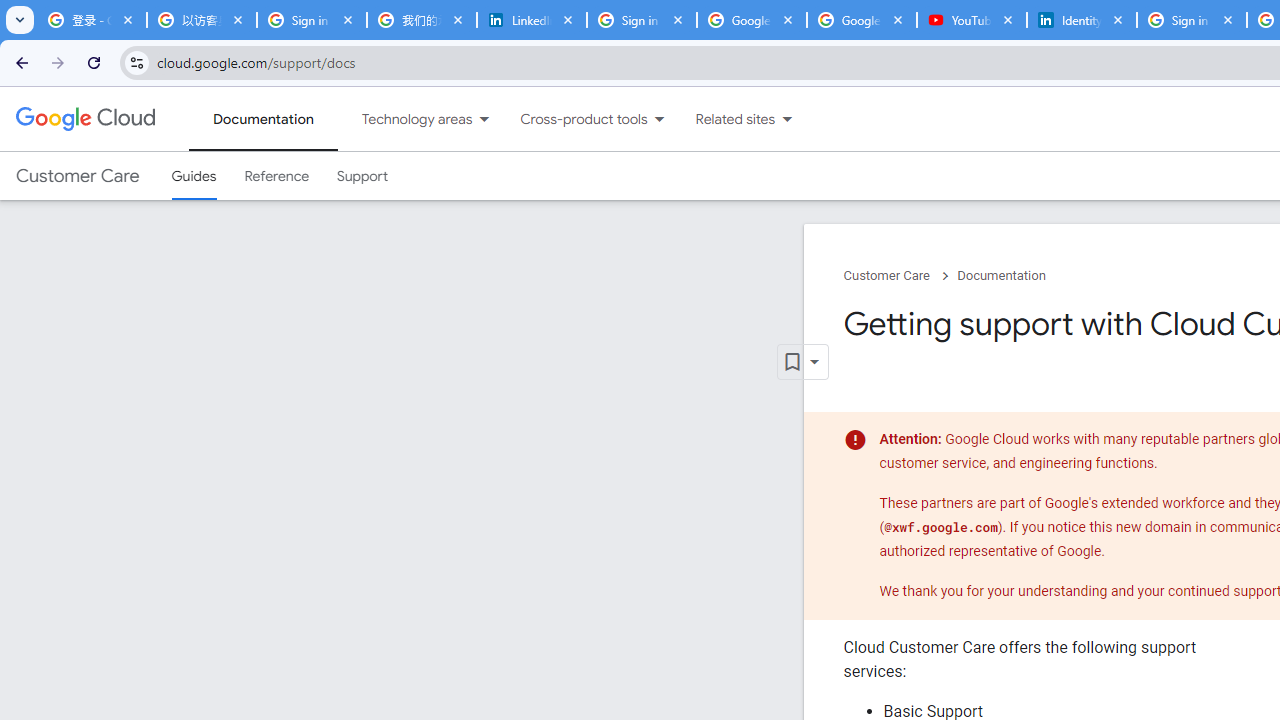  Describe the element at coordinates (84, 119) in the screenshot. I see `'Google Cloud'` at that location.